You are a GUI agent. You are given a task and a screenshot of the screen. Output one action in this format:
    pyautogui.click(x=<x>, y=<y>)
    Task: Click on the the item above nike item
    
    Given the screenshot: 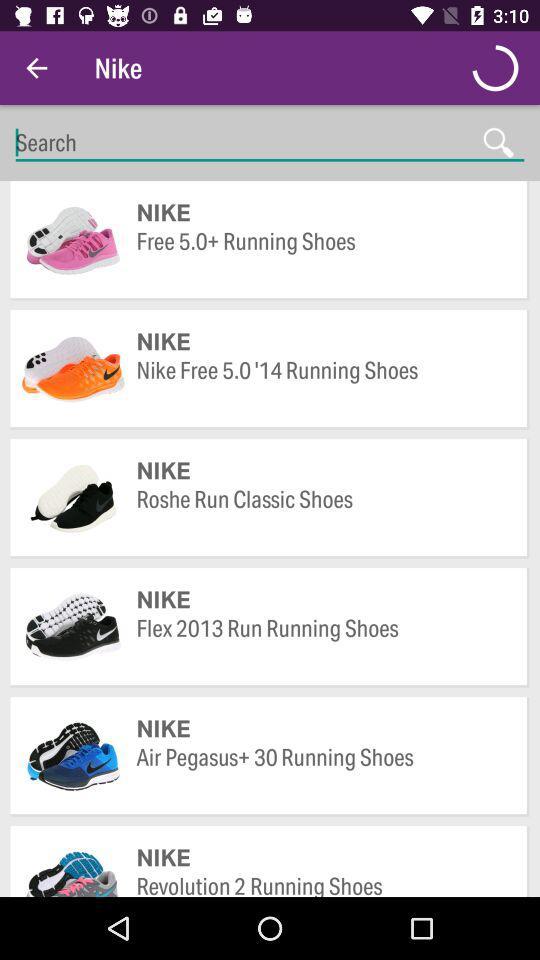 What is the action you would take?
    pyautogui.click(x=322, y=771)
    